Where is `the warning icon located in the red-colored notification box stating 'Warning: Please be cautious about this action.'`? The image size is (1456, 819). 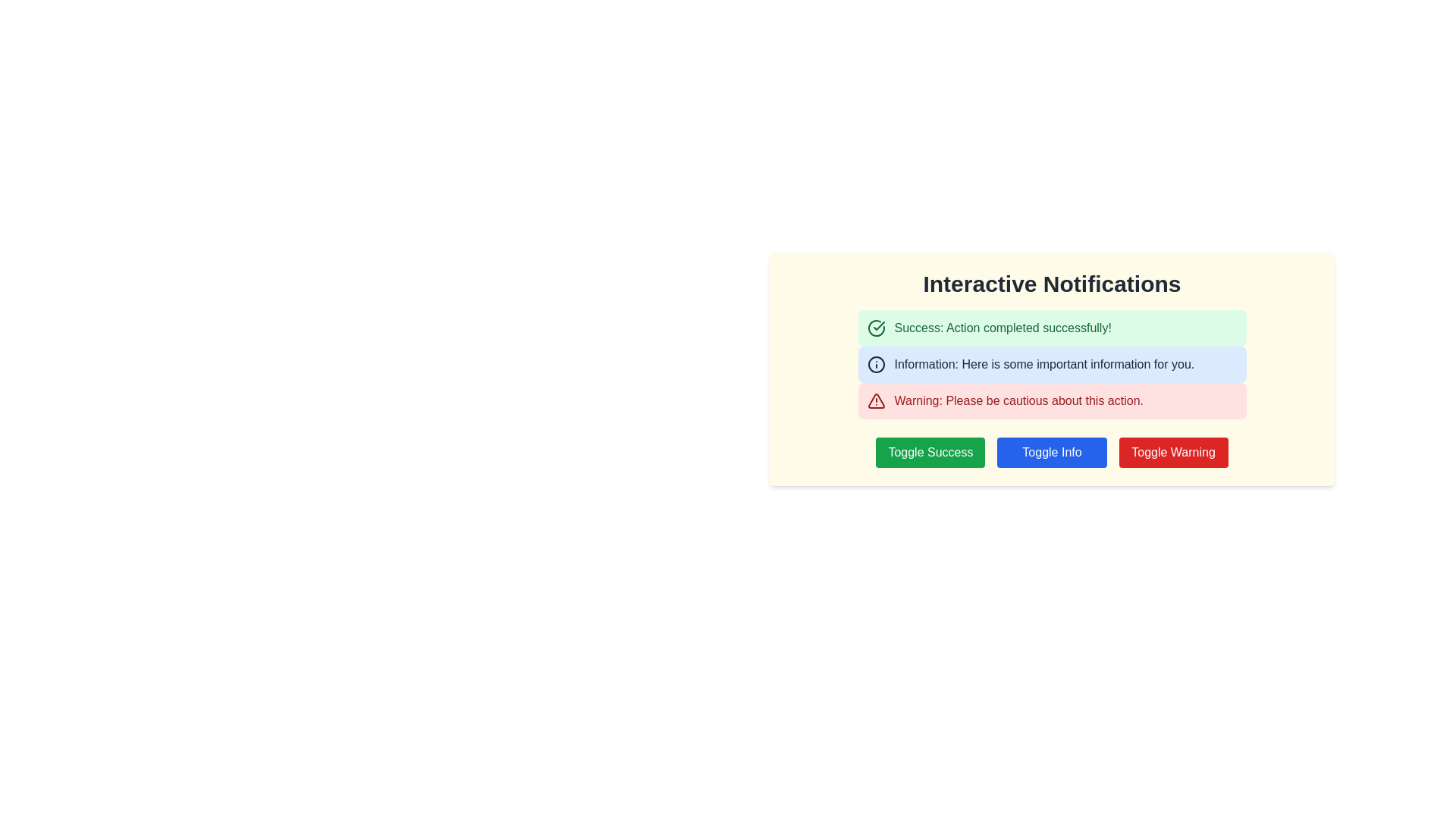 the warning icon located in the red-colored notification box stating 'Warning: Please be cautious about this action.' is located at coordinates (876, 400).